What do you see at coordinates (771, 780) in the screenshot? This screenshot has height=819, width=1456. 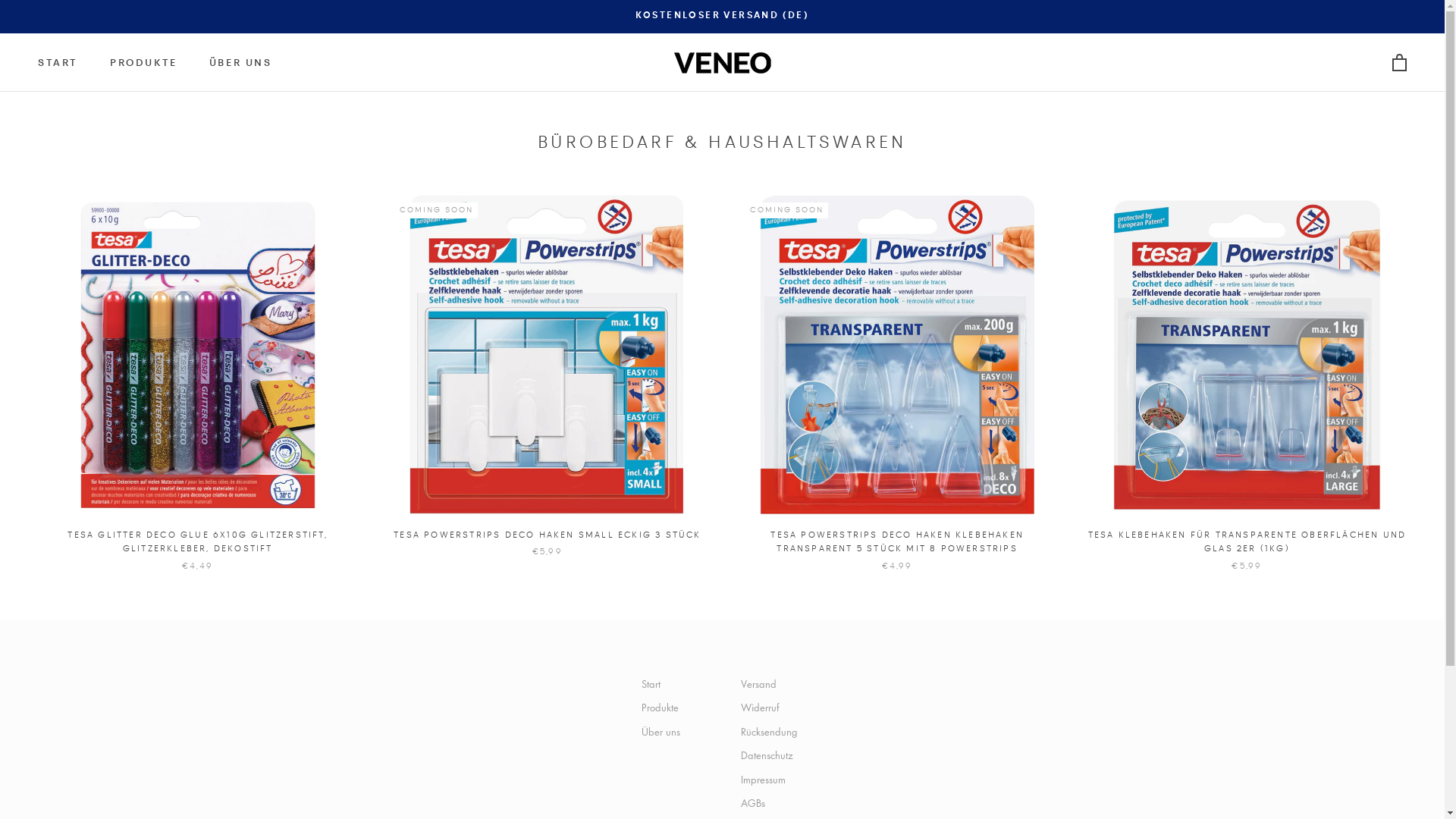 I see `'Impressum'` at bounding box center [771, 780].